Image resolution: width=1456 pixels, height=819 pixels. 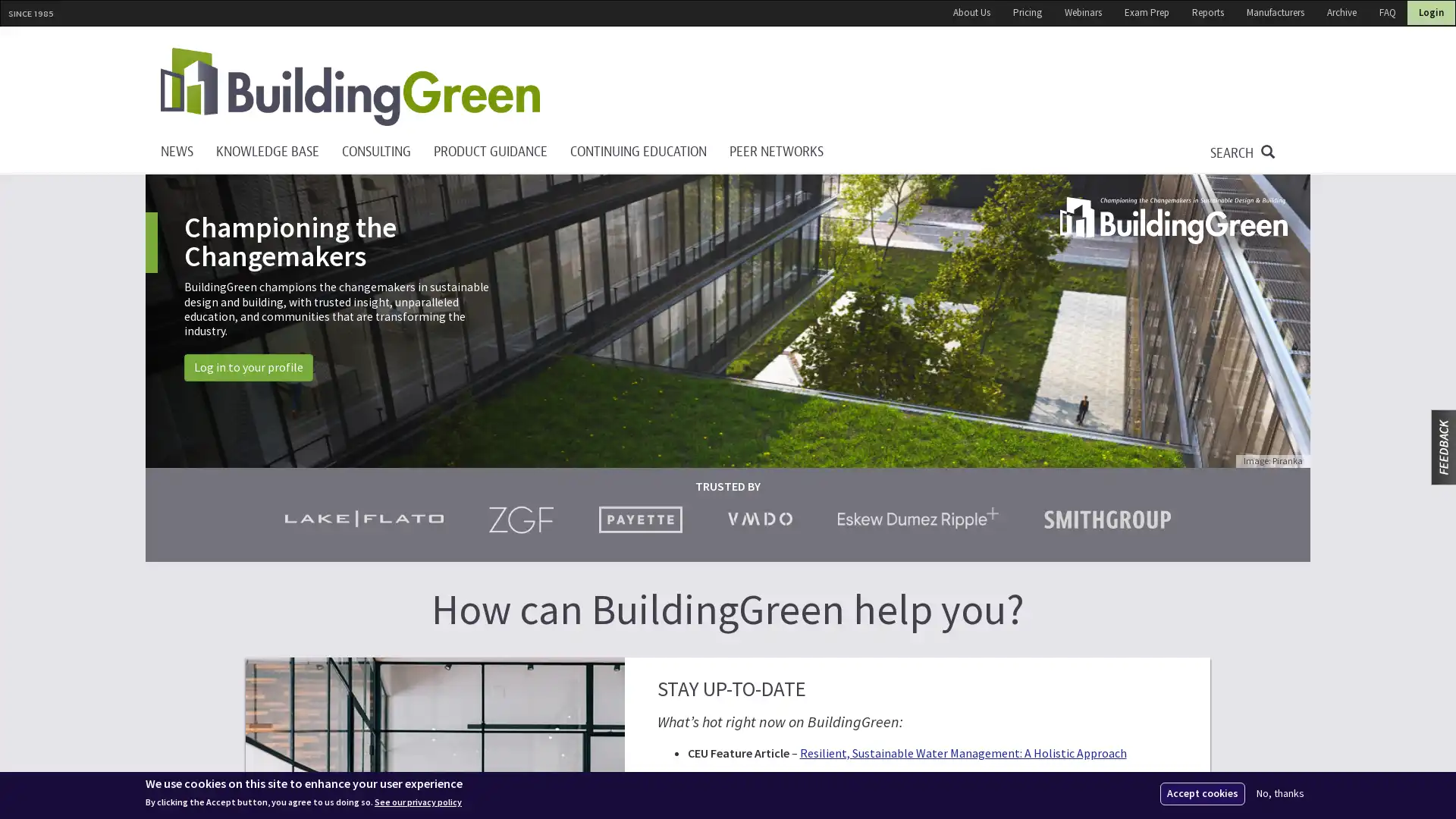 What do you see at coordinates (418, 802) in the screenshot?
I see `See our privacy policy` at bounding box center [418, 802].